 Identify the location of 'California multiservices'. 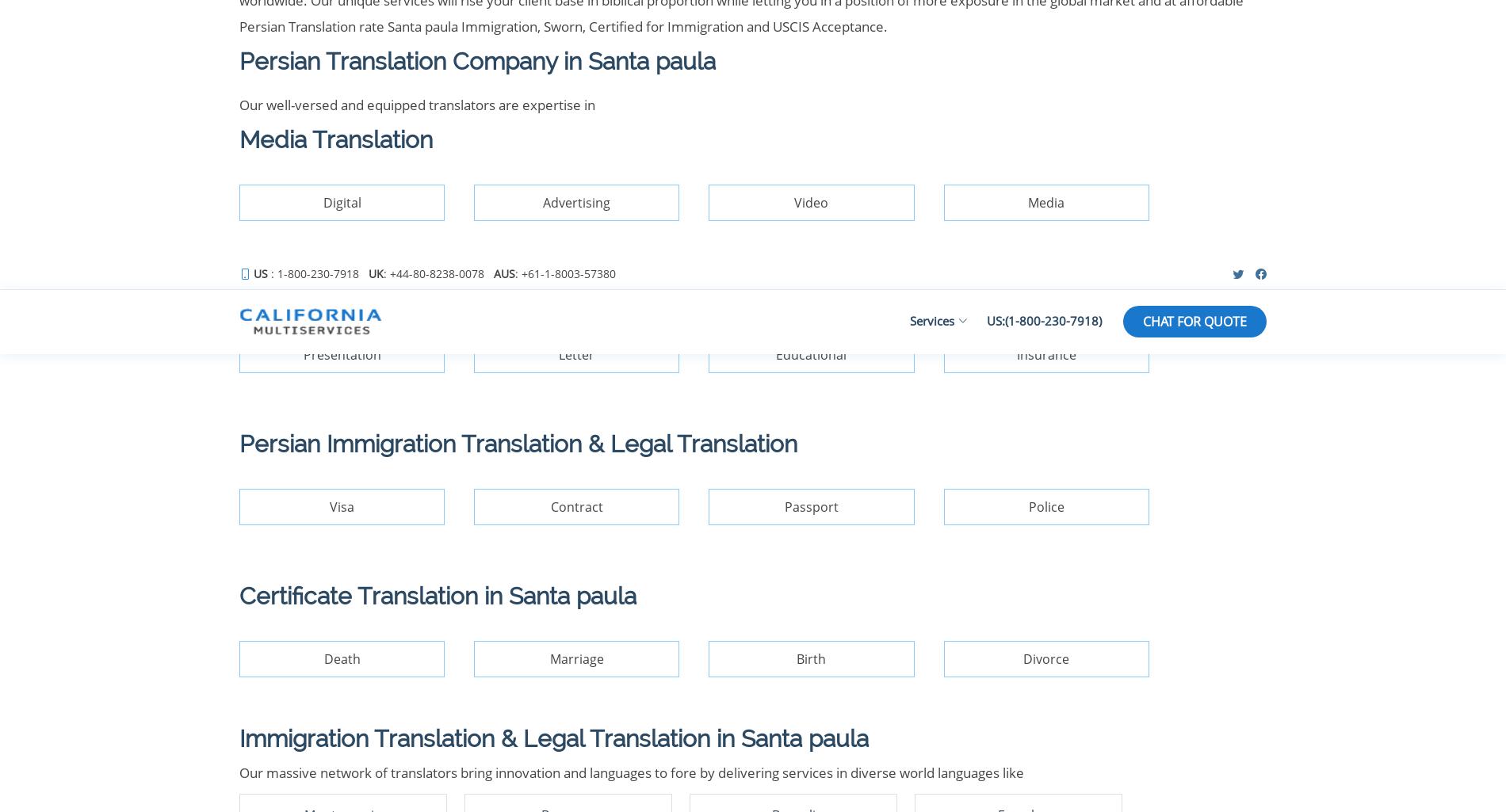
(391, 494).